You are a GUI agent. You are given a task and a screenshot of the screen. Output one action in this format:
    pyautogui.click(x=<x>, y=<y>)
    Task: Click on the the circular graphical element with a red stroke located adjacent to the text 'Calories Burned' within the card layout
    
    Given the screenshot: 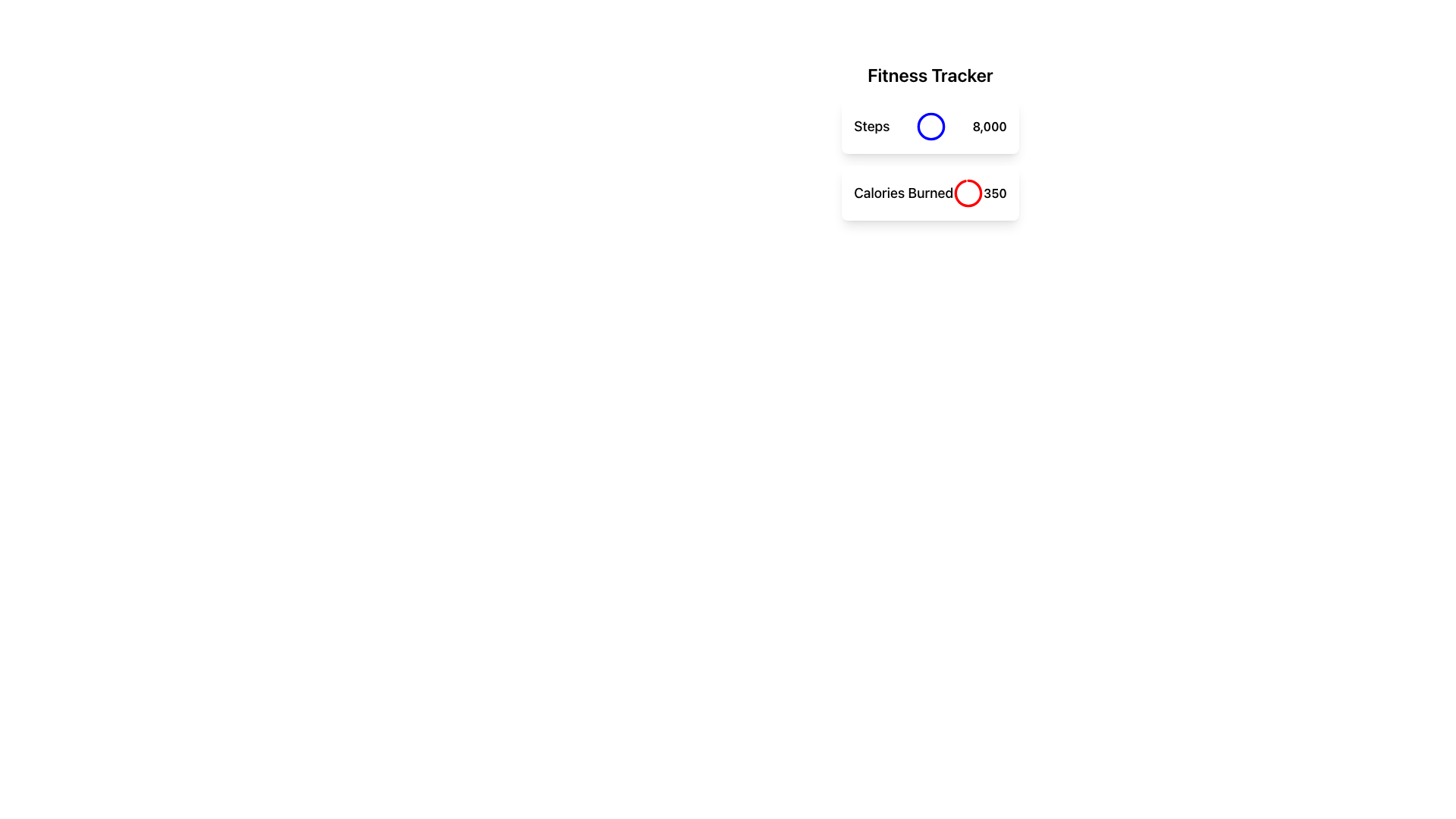 What is the action you would take?
    pyautogui.click(x=968, y=192)
    